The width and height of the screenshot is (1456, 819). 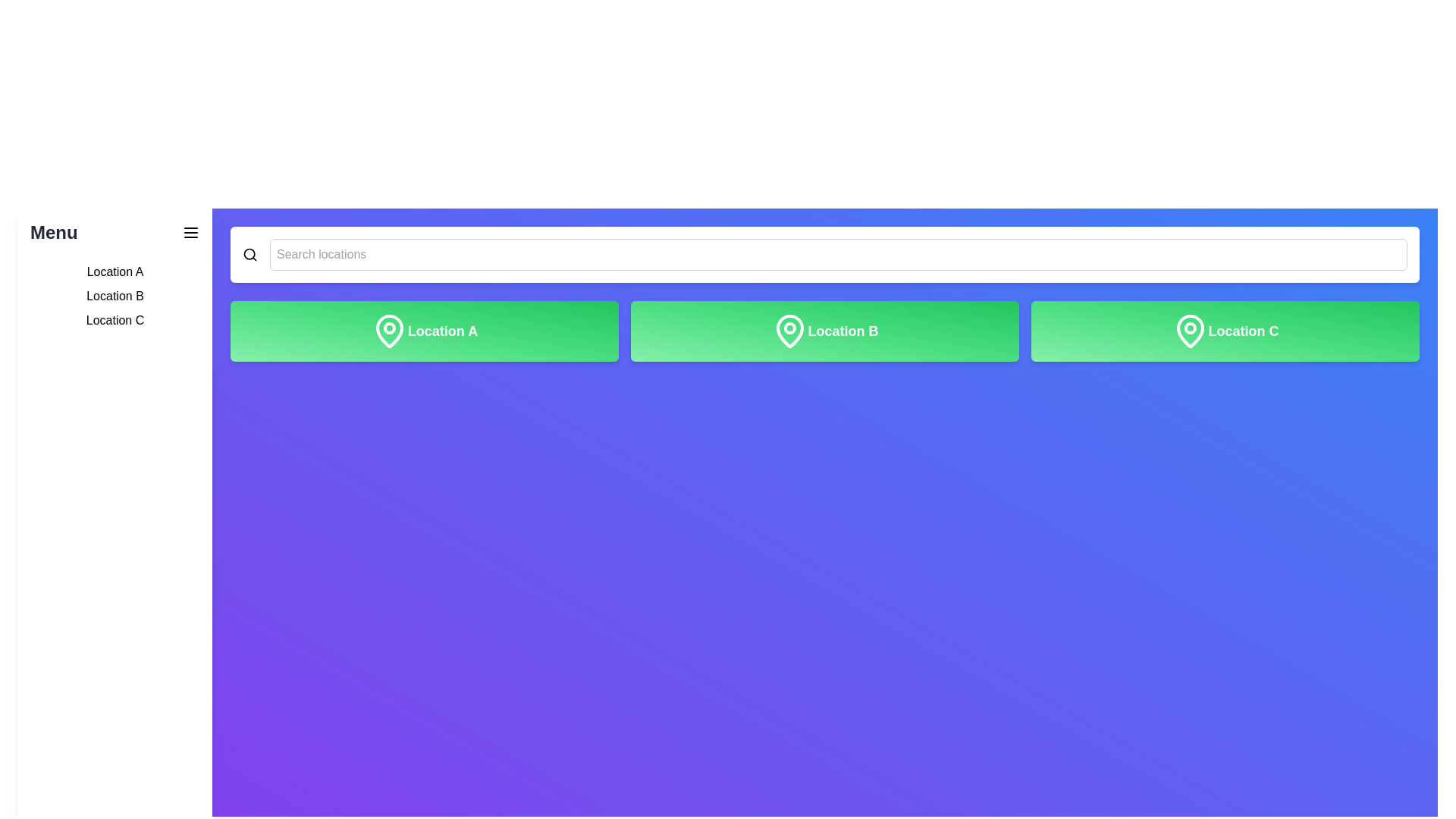 I want to click on the search input field located at the top center of the interface, just below the primary navigation, which has a placeholder text 'Search locations', so click(x=824, y=253).